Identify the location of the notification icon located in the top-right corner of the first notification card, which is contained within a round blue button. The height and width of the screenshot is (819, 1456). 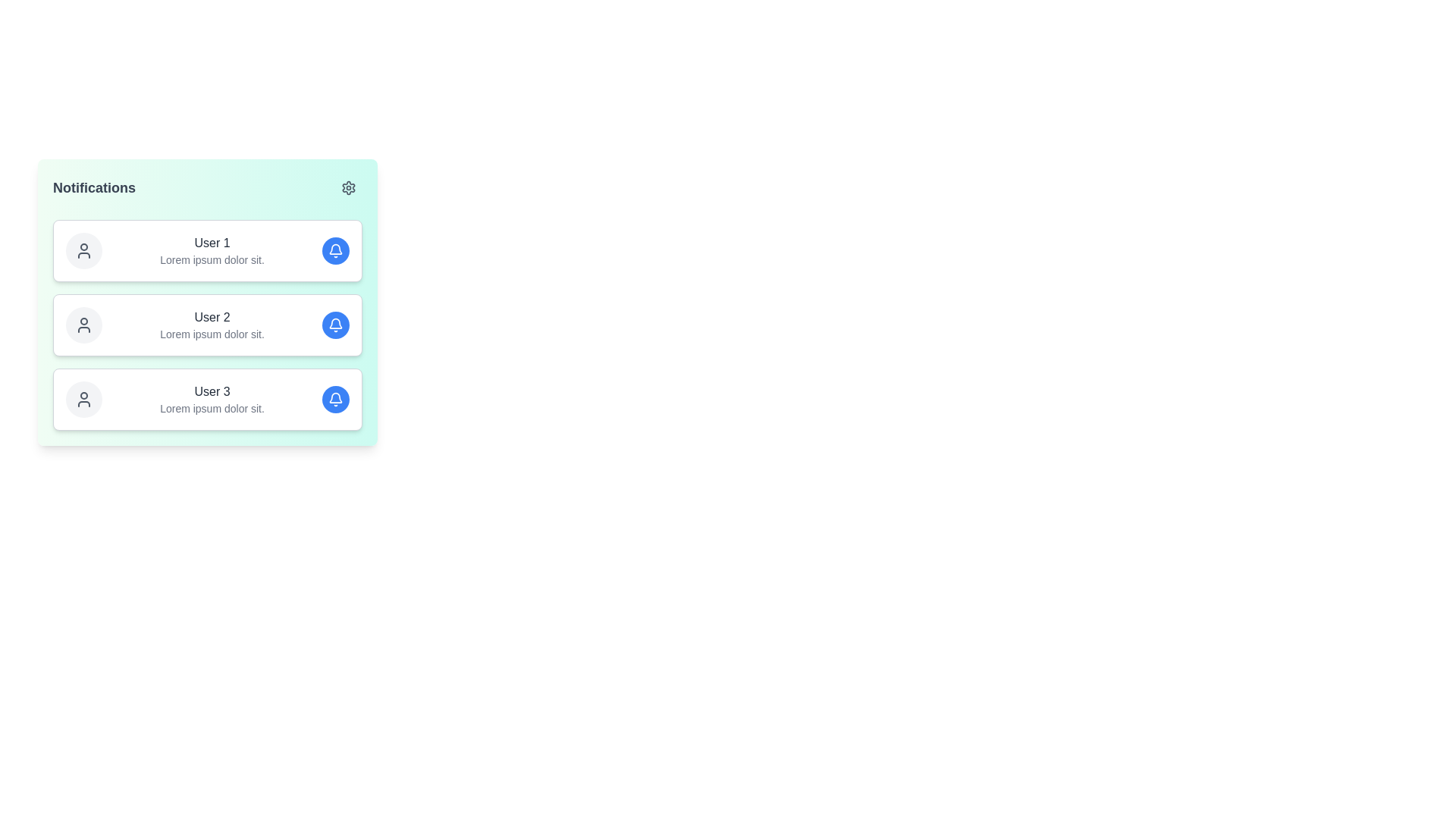
(334, 250).